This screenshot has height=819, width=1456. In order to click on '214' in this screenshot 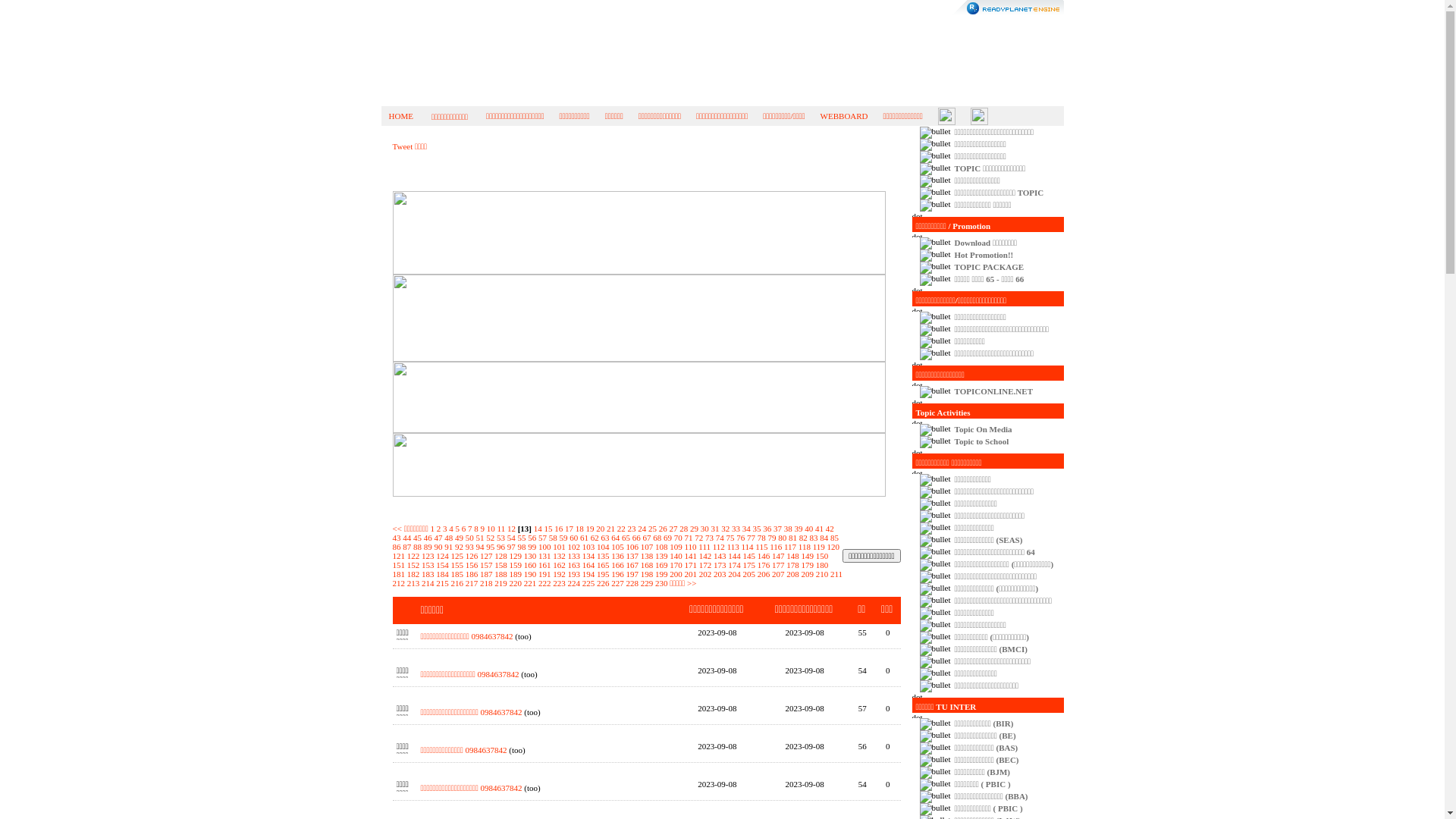, I will do `click(427, 582)`.